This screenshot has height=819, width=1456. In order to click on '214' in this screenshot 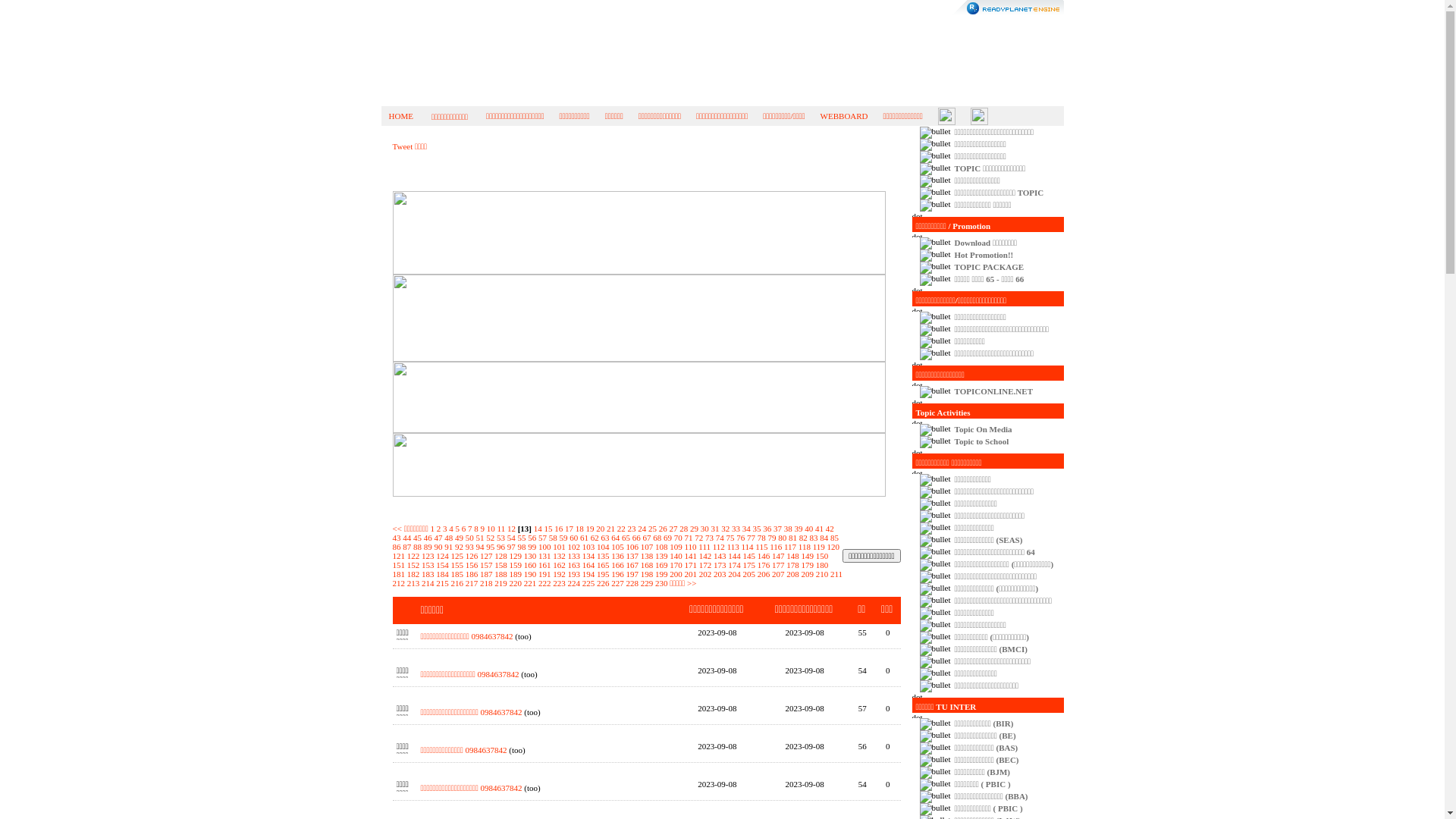, I will do `click(427, 582)`.